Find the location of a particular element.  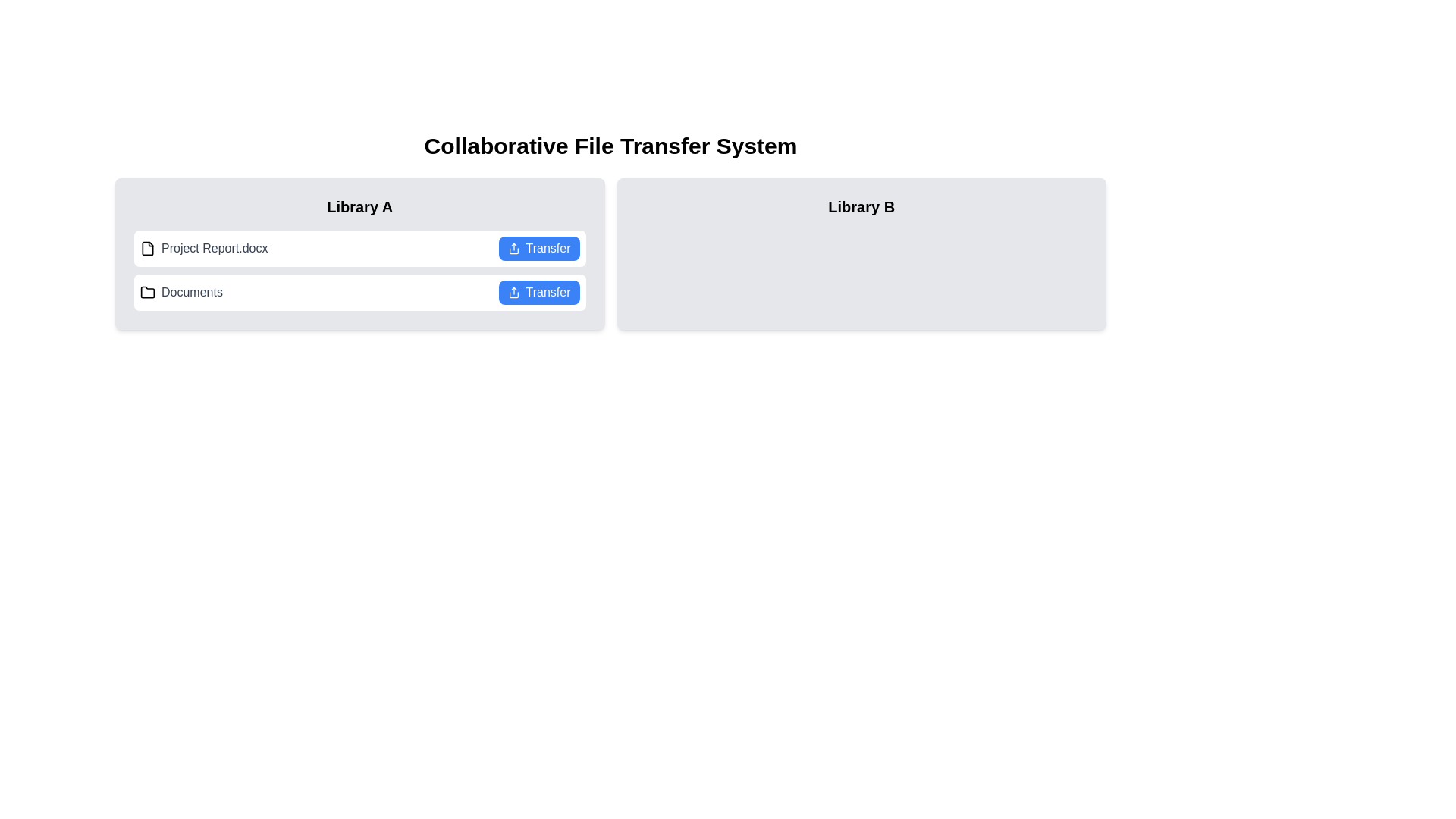

the transfer button located at the top right corner of the row for the file 'Project Report.docx' to initiate the transfer action is located at coordinates (538, 247).